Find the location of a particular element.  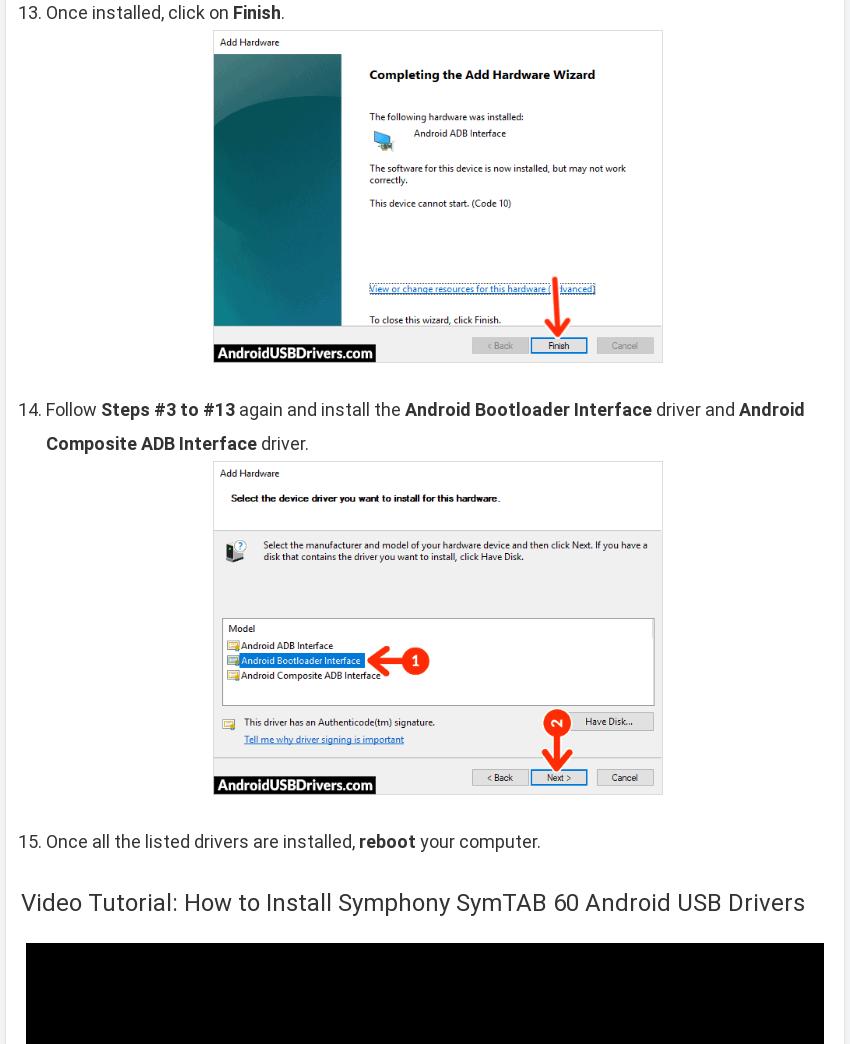

'Steps #3 to #13' is located at coordinates (167, 408).